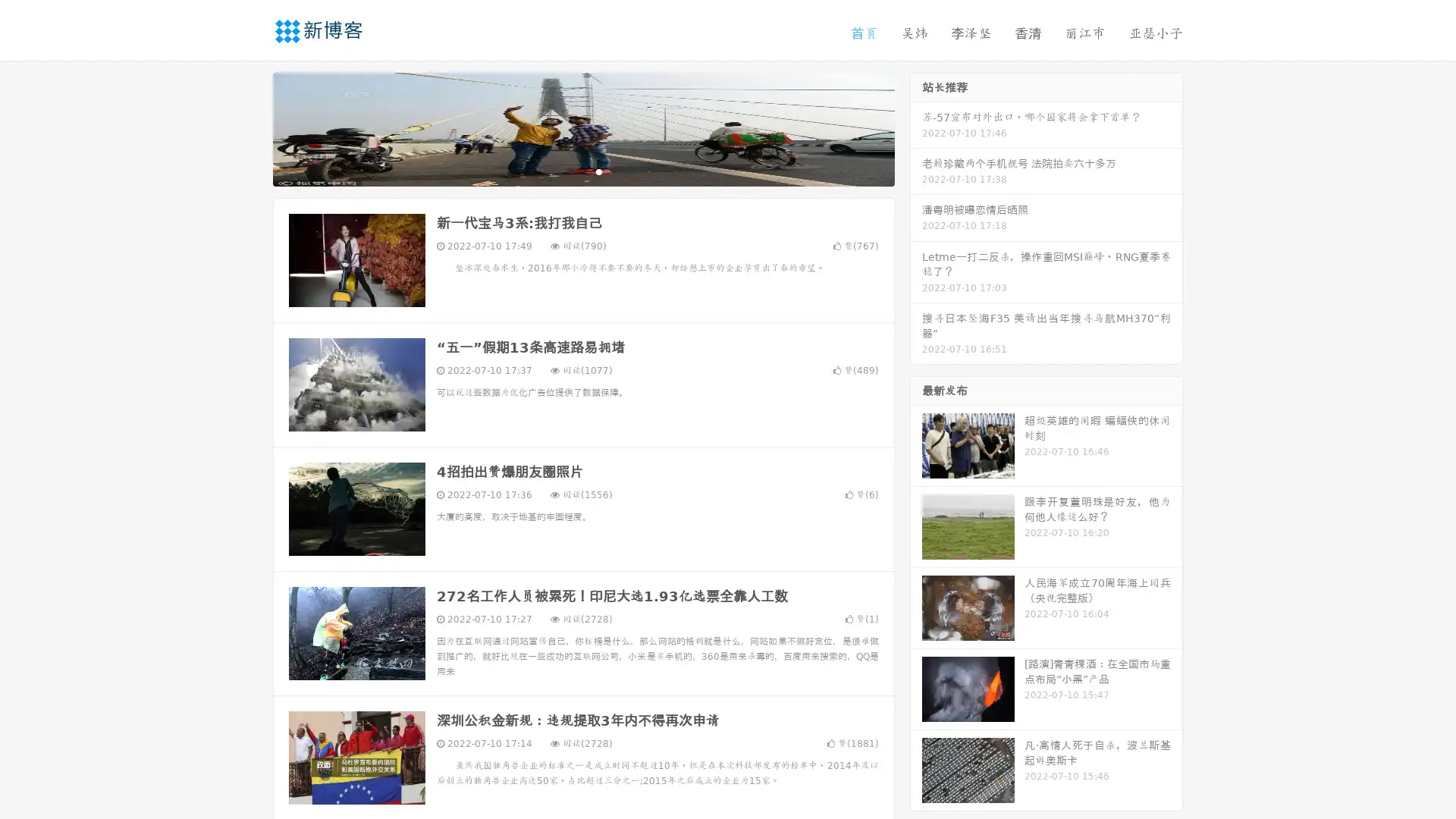 This screenshot has width=1456, height=819. Describe the element at coordinates (250, 127) in the screenshot. I see `Previous slide` at that location.